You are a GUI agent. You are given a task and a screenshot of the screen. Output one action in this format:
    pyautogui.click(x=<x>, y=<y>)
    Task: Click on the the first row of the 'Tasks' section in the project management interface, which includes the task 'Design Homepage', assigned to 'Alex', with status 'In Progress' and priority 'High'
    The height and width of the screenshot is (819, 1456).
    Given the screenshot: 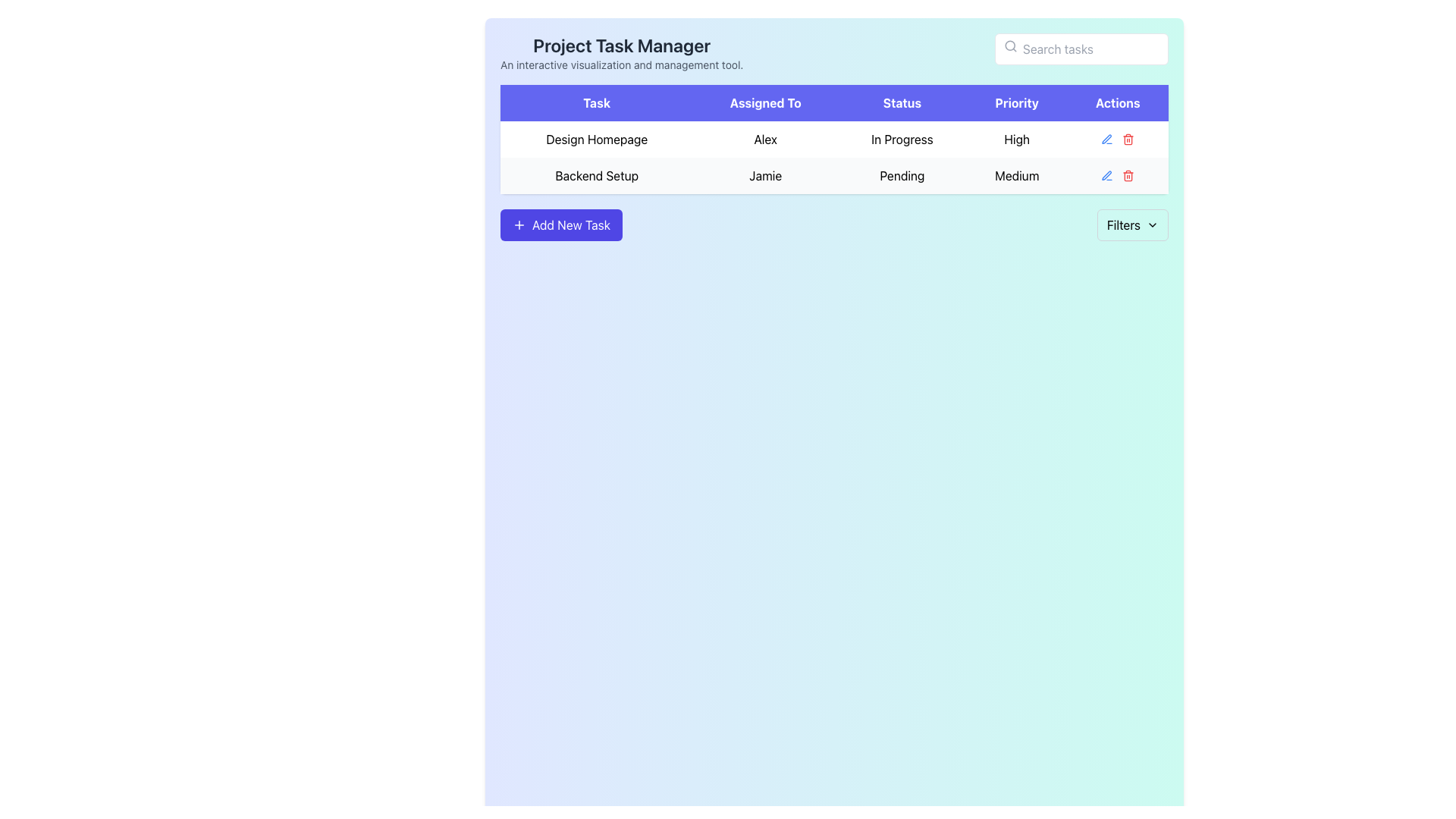 What is the action you would take?
    pyautogui.click(x=833, y=158)
    